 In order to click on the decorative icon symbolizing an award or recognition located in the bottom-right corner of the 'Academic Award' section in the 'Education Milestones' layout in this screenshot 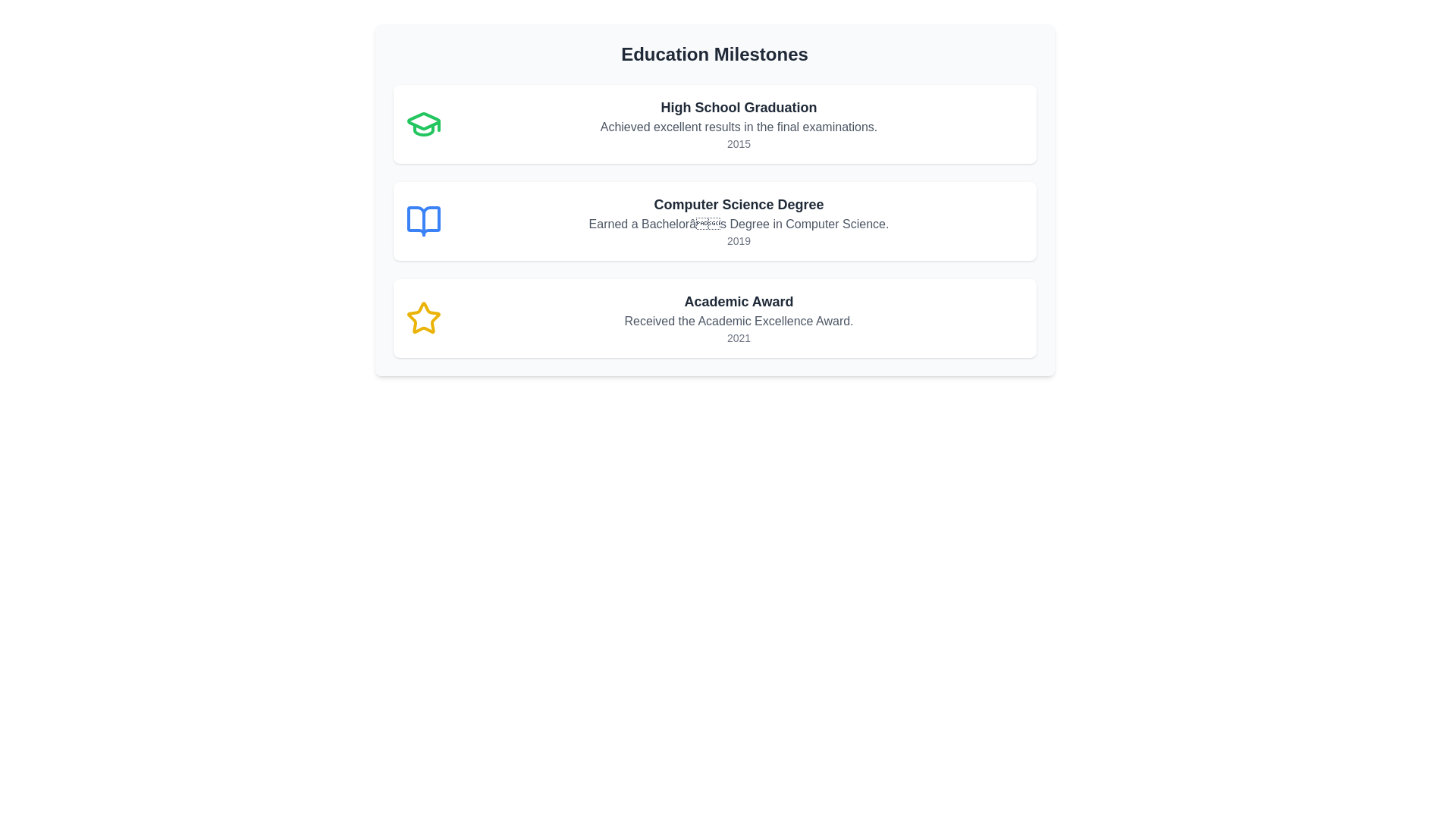, I will do `click(423, 317)`.